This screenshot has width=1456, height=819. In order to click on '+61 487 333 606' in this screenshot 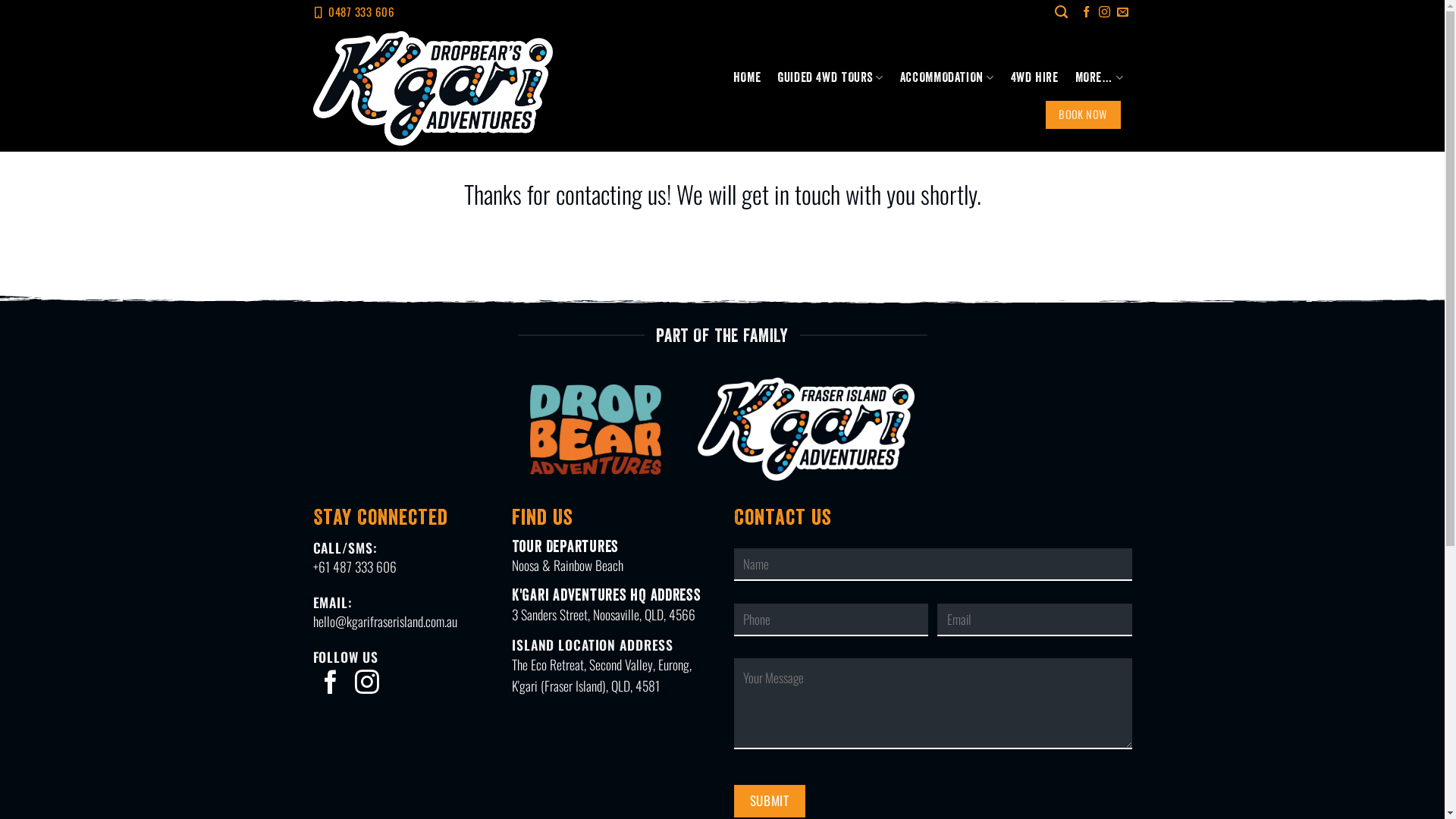, I will do `click(312, 566)`.